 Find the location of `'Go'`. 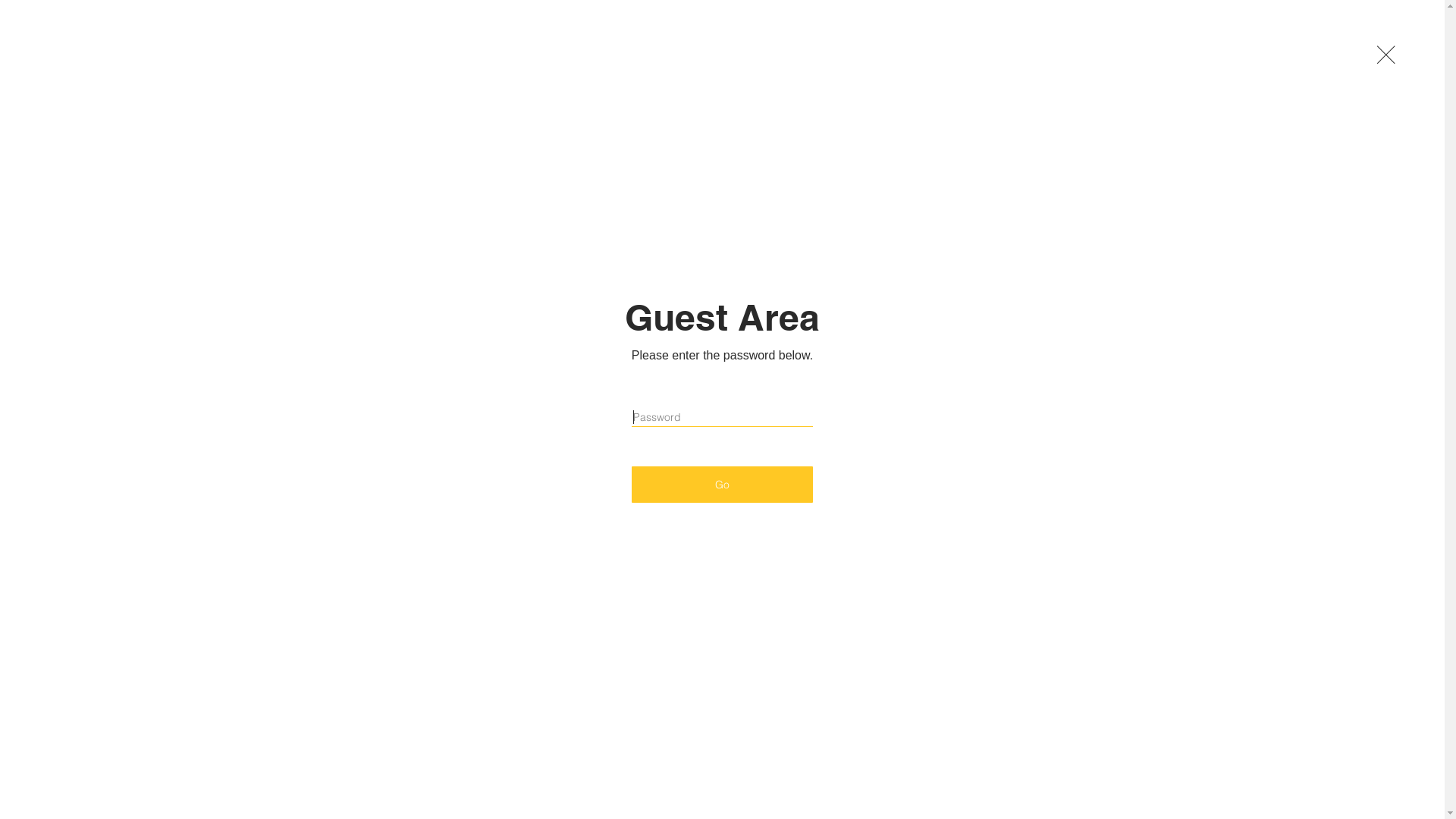

'Go' is located at coordinates (721, 485).